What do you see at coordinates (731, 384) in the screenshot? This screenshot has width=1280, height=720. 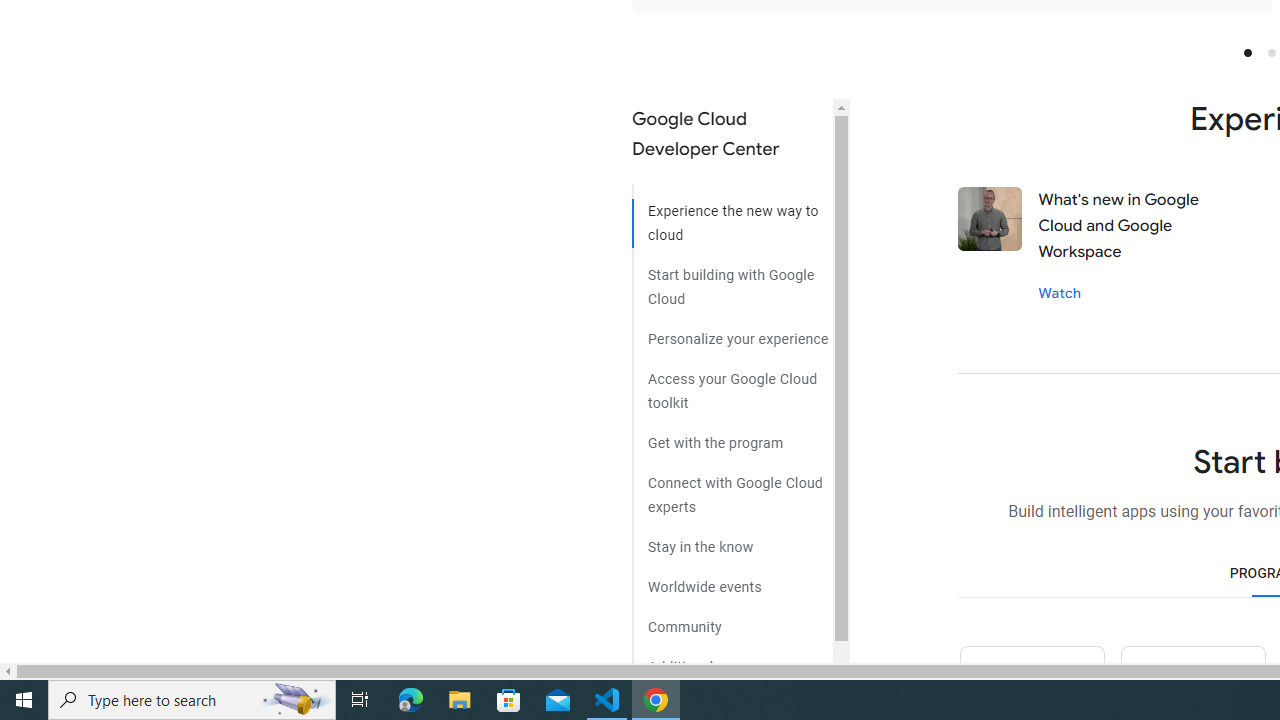 I see `'Access your Google Cloud toolkit'` at bounding box center [731, 384].